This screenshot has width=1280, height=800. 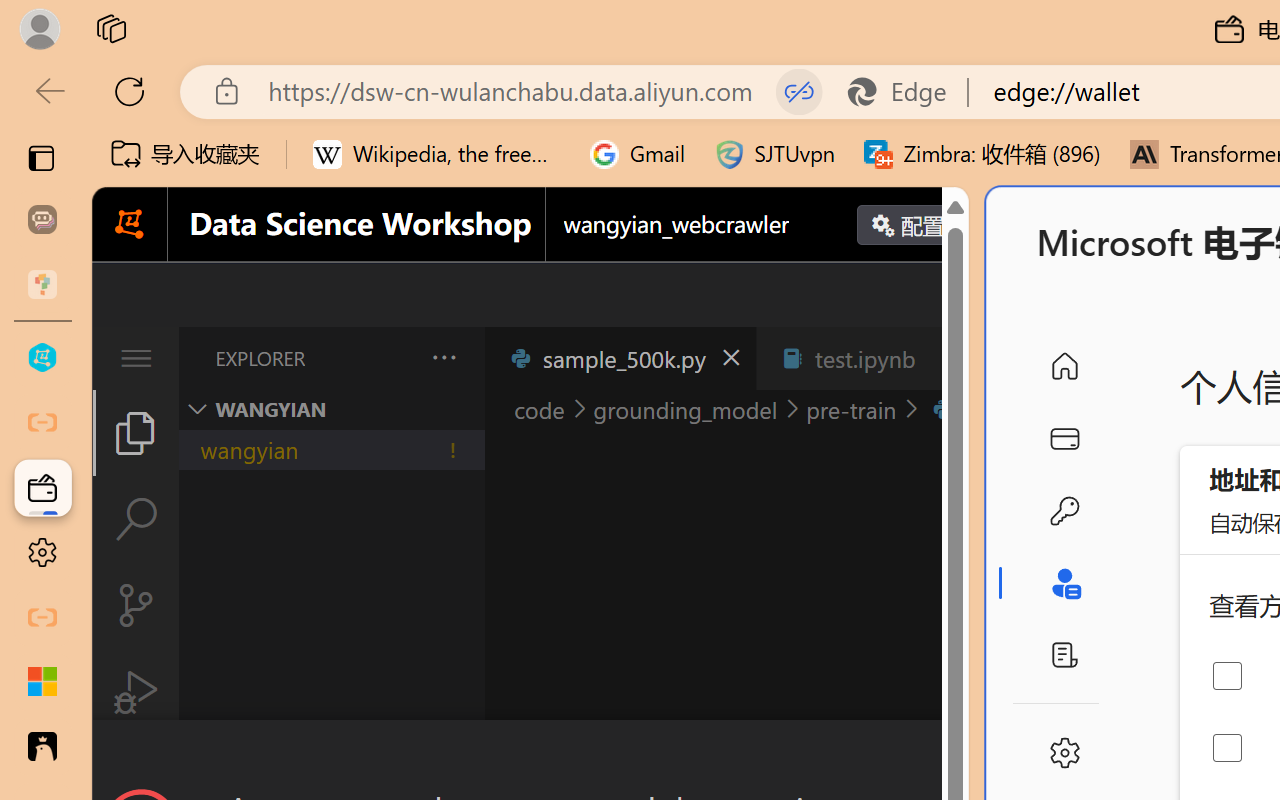 I want to click on 'Tab actions', so click(x=944, y=358).